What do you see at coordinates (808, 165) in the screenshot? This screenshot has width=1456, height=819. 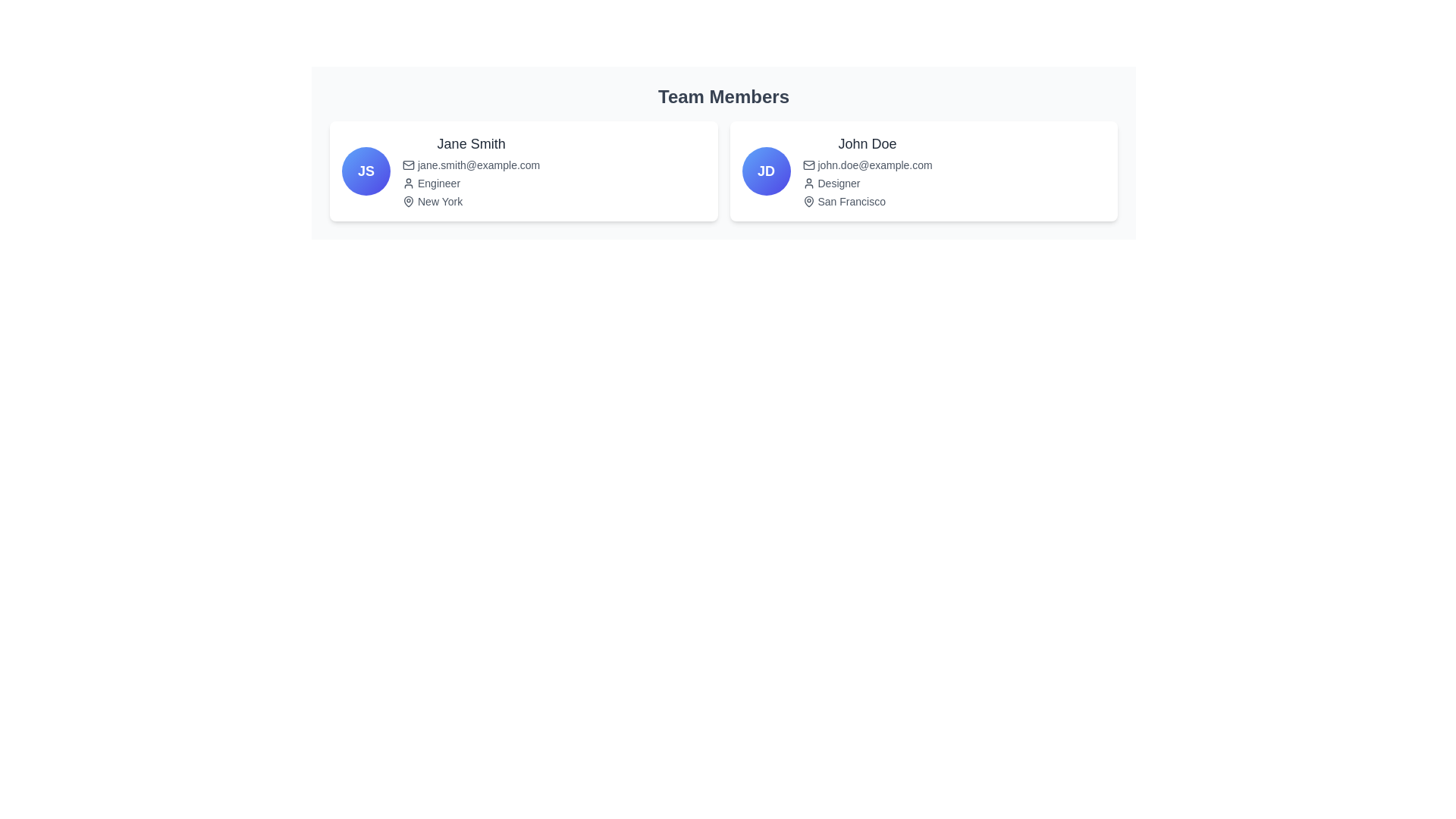 I see `the envelope icon representing email for John Doe, located to the left of the email text 'john.doe@example.com' within the 'Team Members' card` at bounding box center [808, 165].